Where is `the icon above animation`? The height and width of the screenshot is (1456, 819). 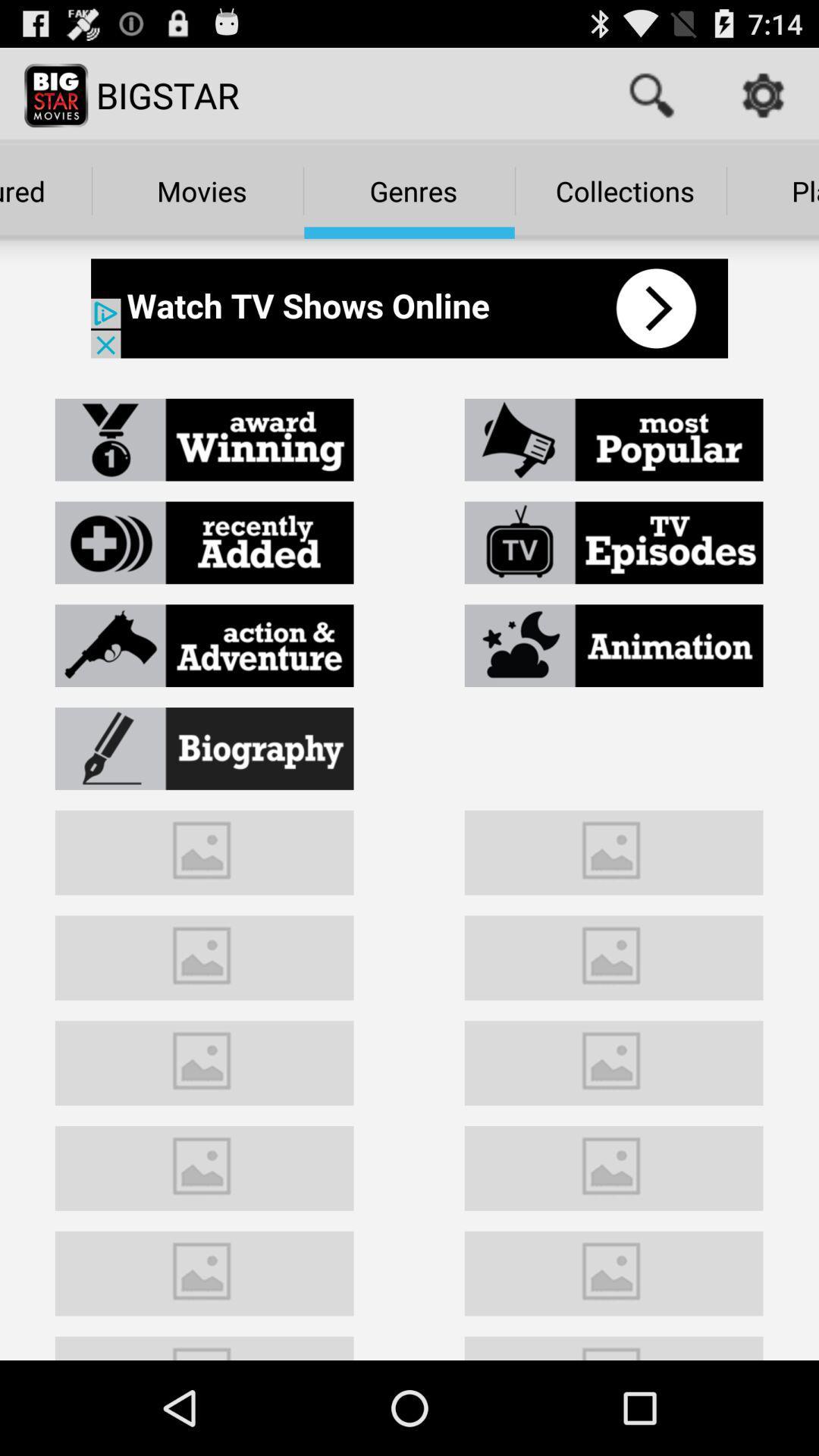
the icon above animation is located at coordinates (614, 542).